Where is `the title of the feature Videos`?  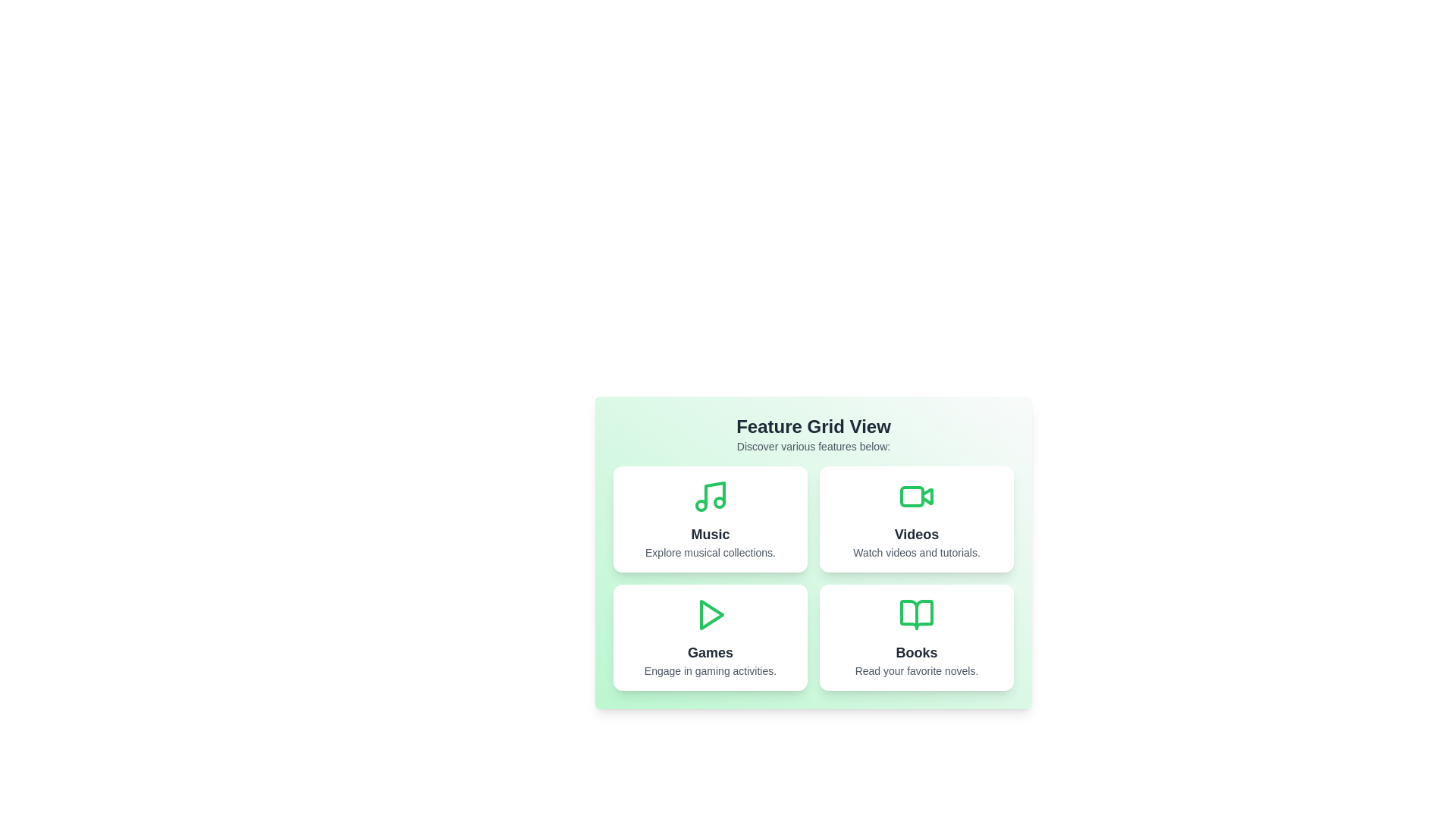
the title of the feature Videos is located at coordinates (916, 534).